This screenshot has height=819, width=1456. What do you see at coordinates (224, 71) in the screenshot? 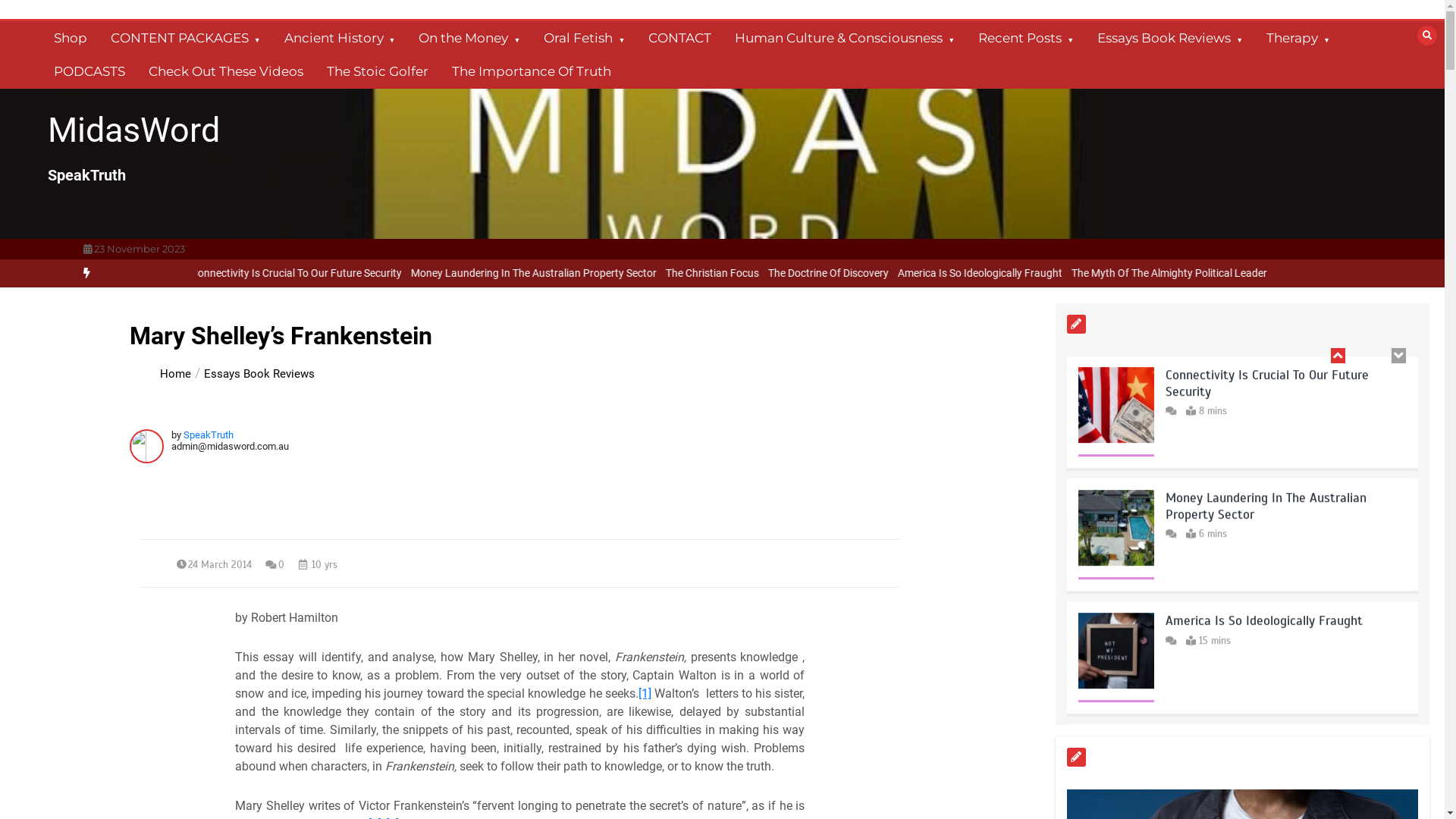
I see `'Check Out These Videos'` at bounding box center [224, 71].